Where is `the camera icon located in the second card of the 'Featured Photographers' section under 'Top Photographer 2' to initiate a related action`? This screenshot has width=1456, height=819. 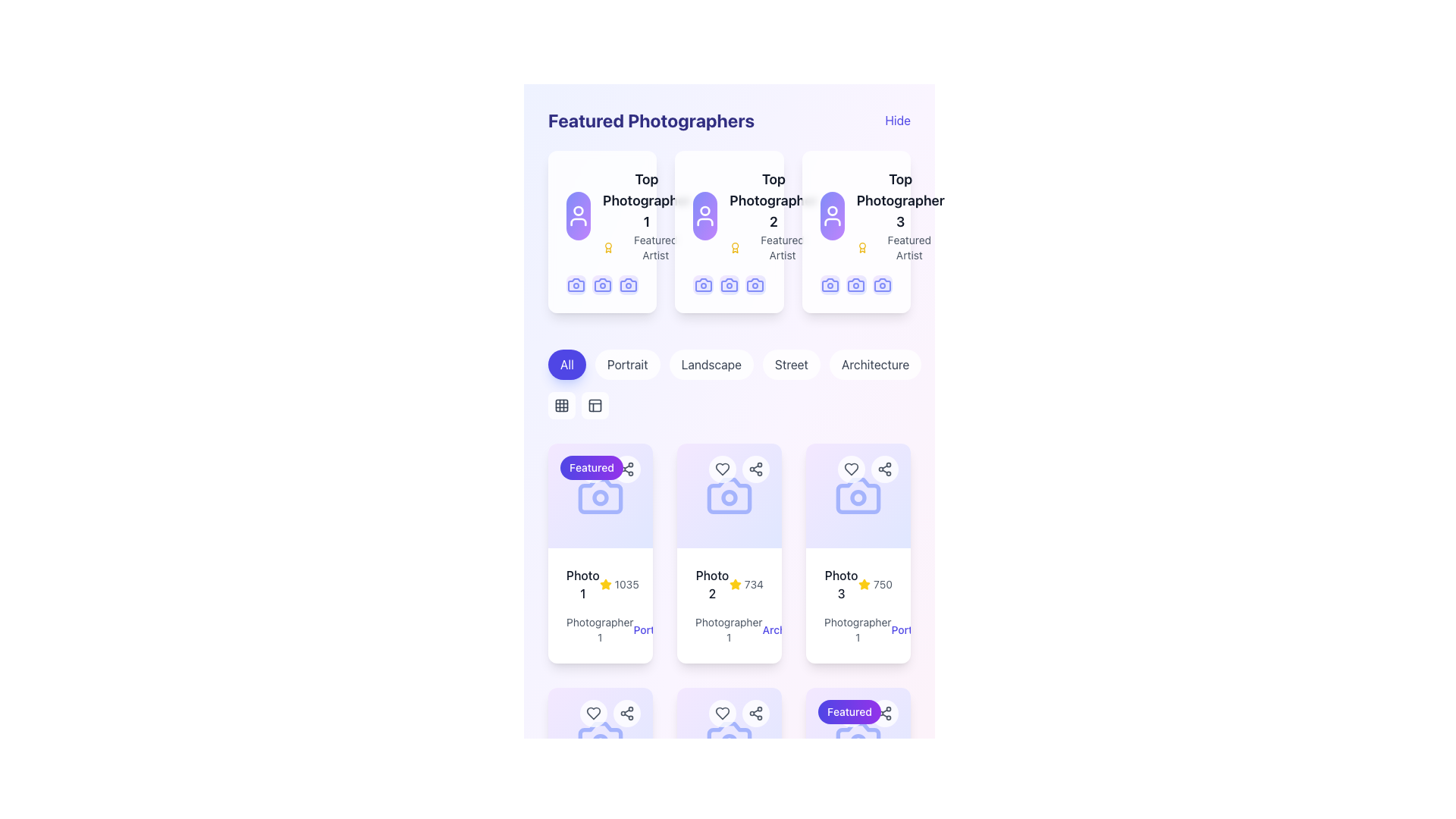 the camera icon located in the second card of the 'Featured Photographers' section under 'Top Photographer 2' to initiate a related action is located at coordinates (755, 285).